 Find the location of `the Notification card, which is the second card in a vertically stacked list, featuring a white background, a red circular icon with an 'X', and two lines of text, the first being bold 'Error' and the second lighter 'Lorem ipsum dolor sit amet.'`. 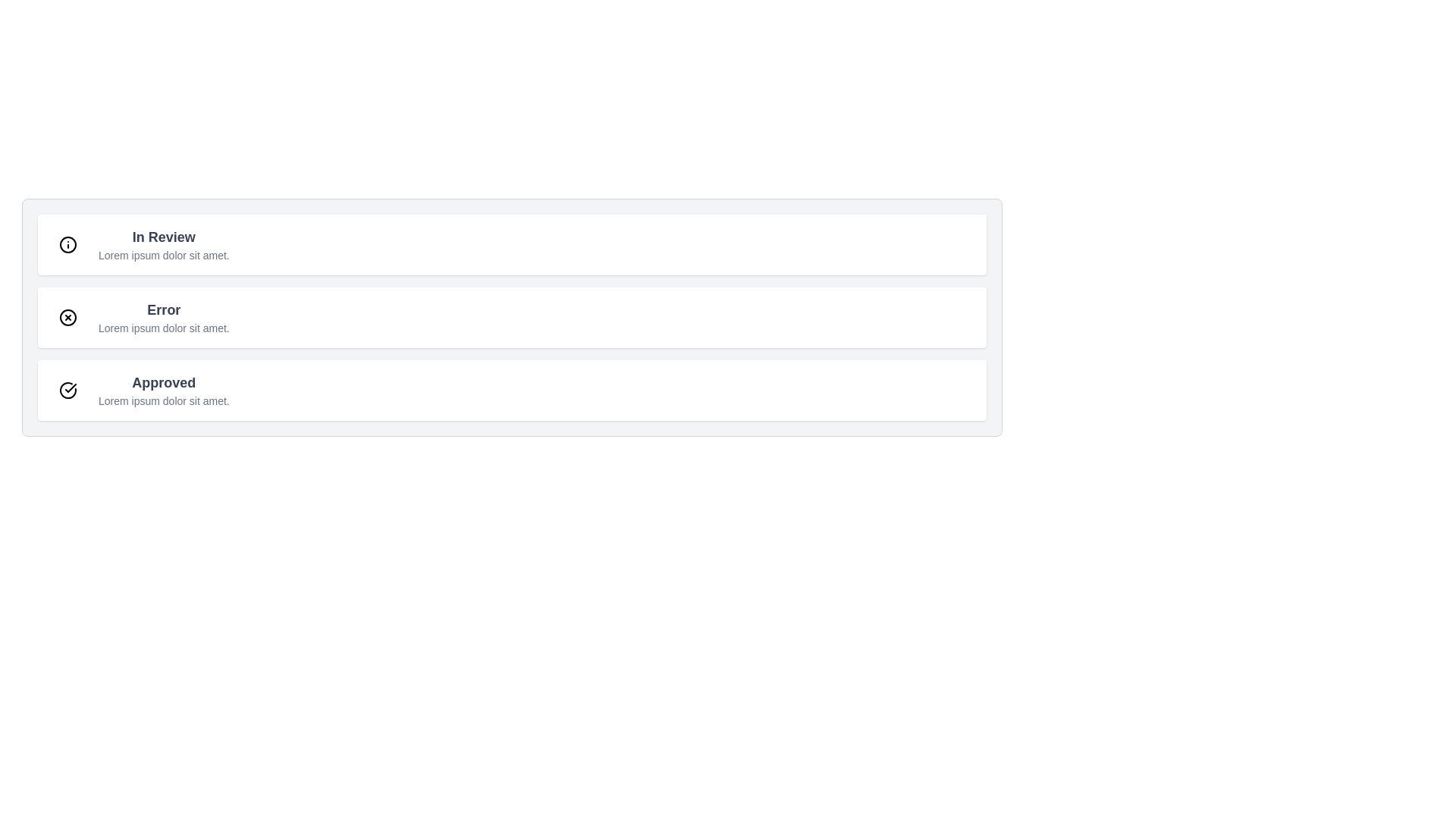

the Notification card, which is the second card in a vertically stacked list, featuring a white background, a red circular icon with an 'X', and two lines of text, the first being bold 'Error' and the second lighter 'Lorem ipsum dolor sit amet.' is located at coordinates (512, 317).